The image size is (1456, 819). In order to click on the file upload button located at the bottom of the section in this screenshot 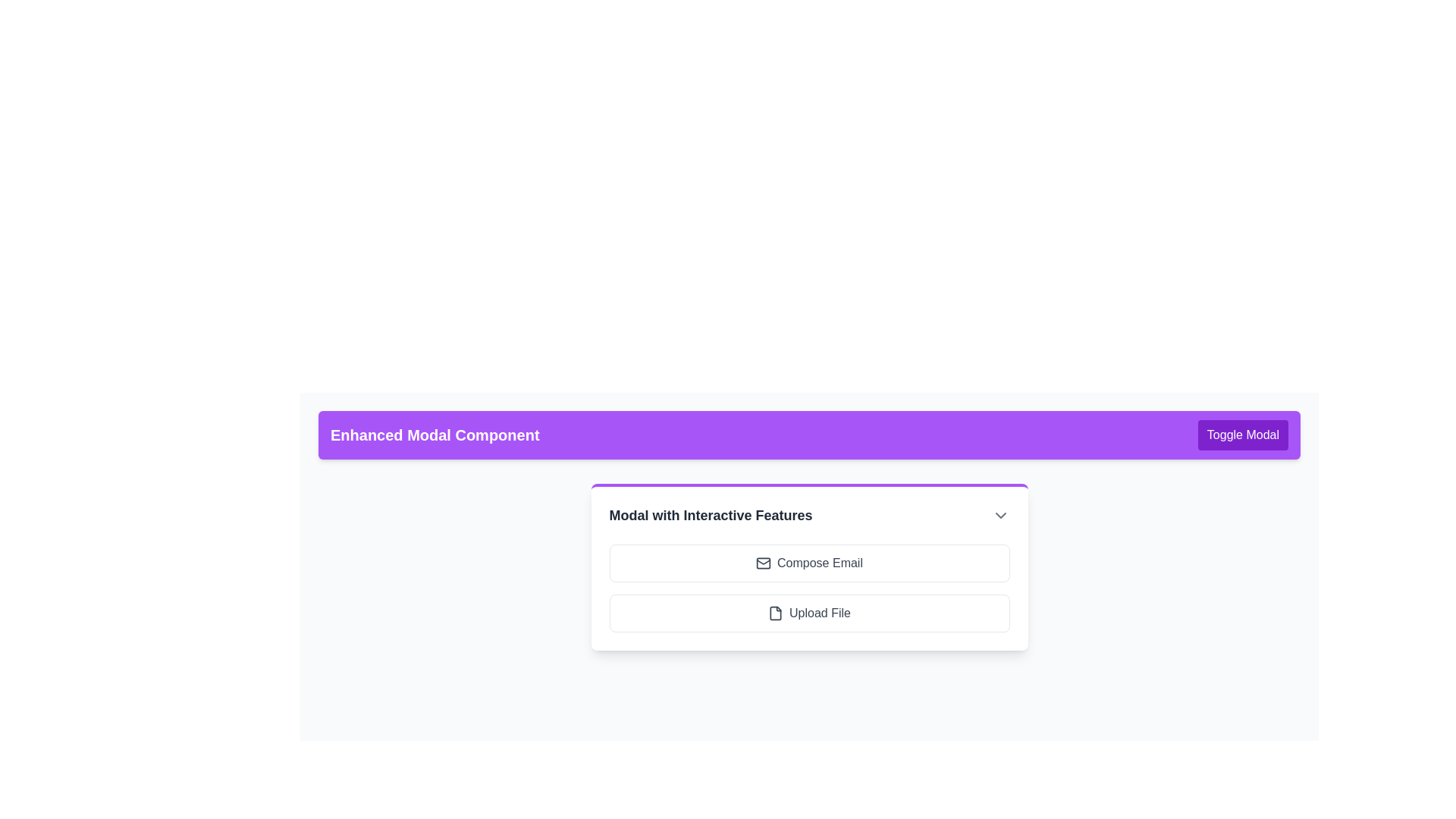, I will do `click(808, 613)`.